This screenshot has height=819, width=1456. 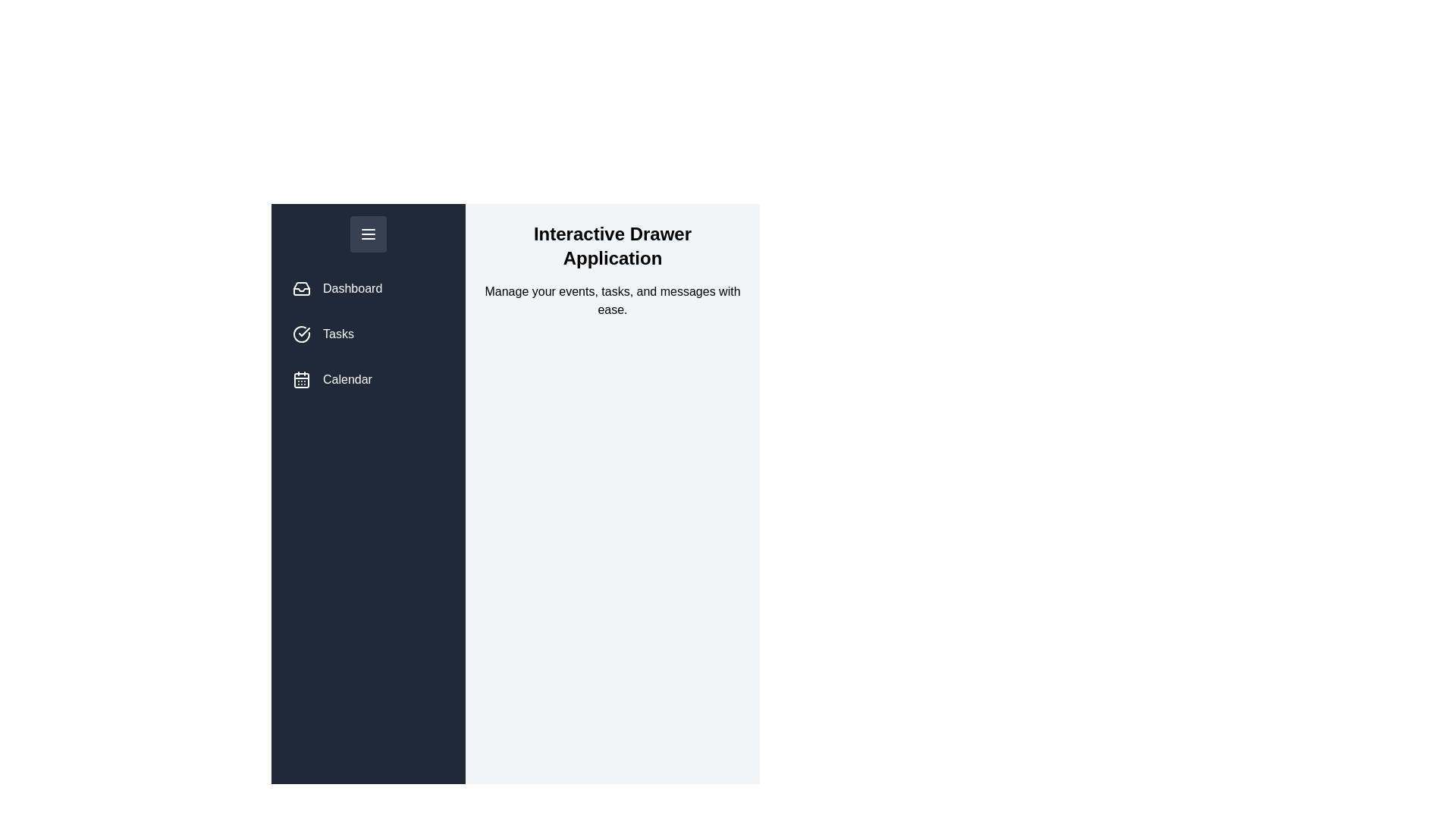 What do you see at coordinates (368, 379) in the screenshot?
I see `the navigation item for 'Calendar' located in the third position of the vertical sidebar` at bounding box center [368, 379].